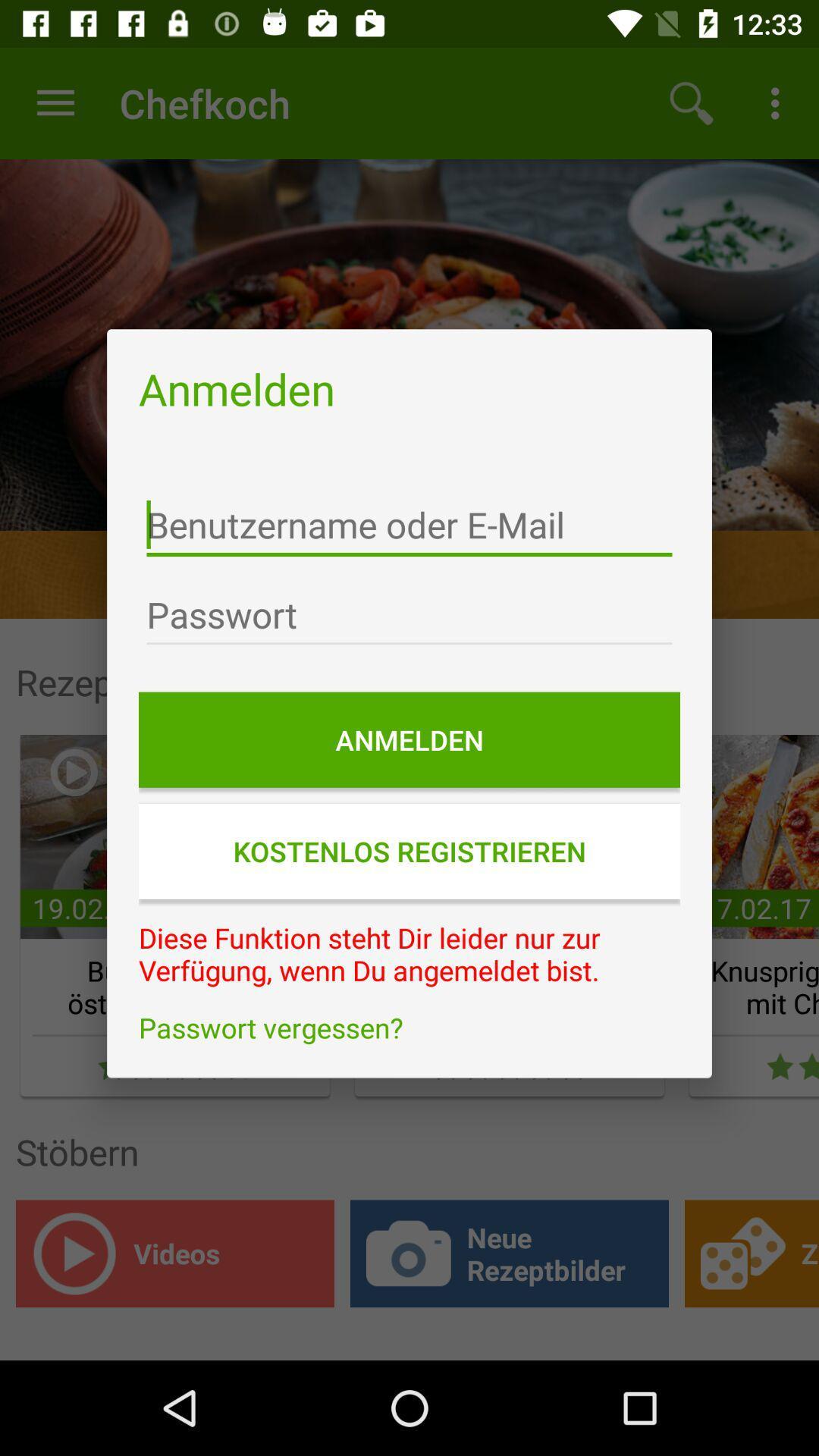 This screenshot has height=1456, width=819. What do you see at coordinates (409, 615) in the screenshot?
I see `password` at bounding box center [409, 615].